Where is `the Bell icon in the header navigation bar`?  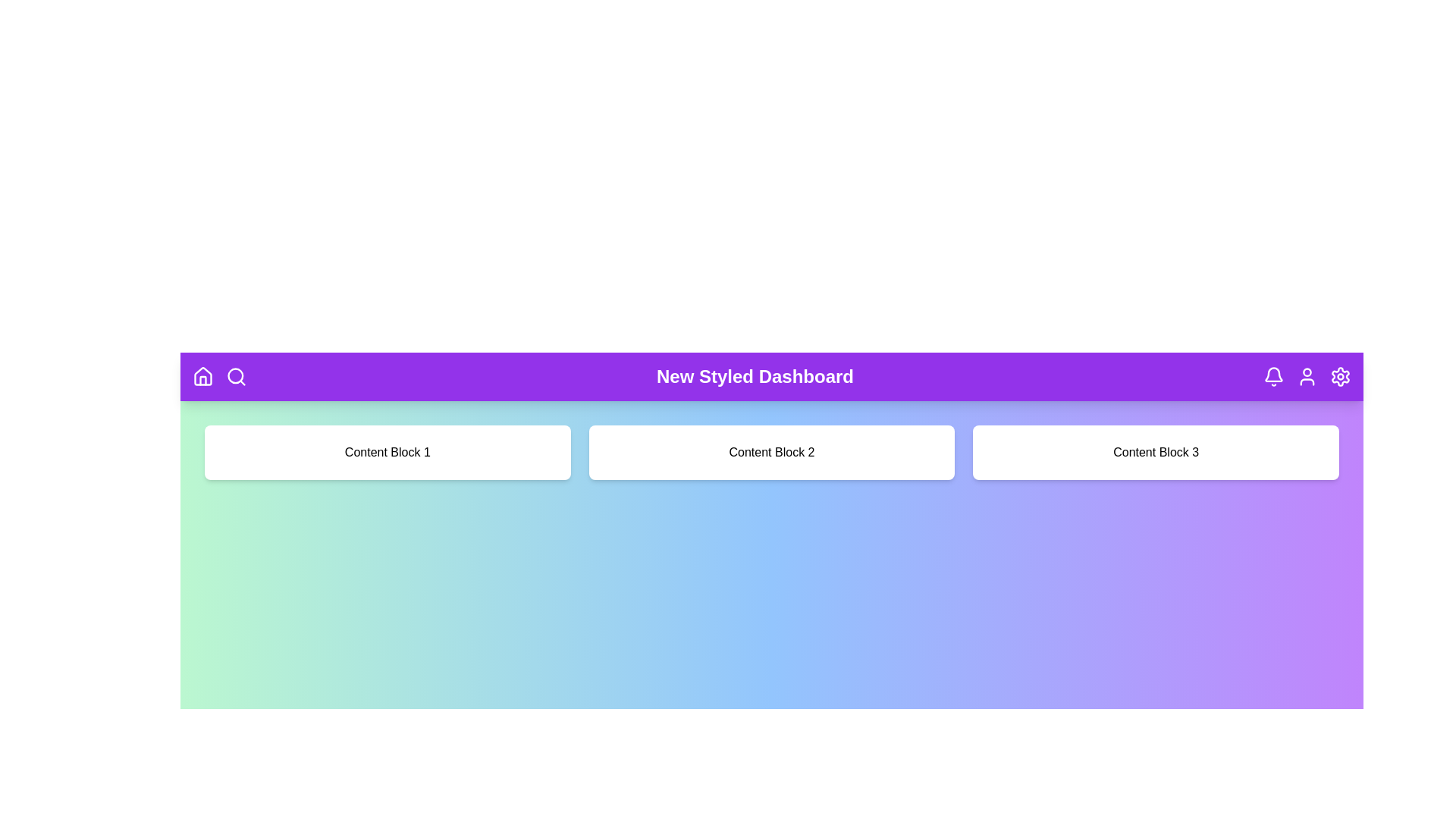
the Bell icon in the header navigation bar is located at coordinates (1274, 376).